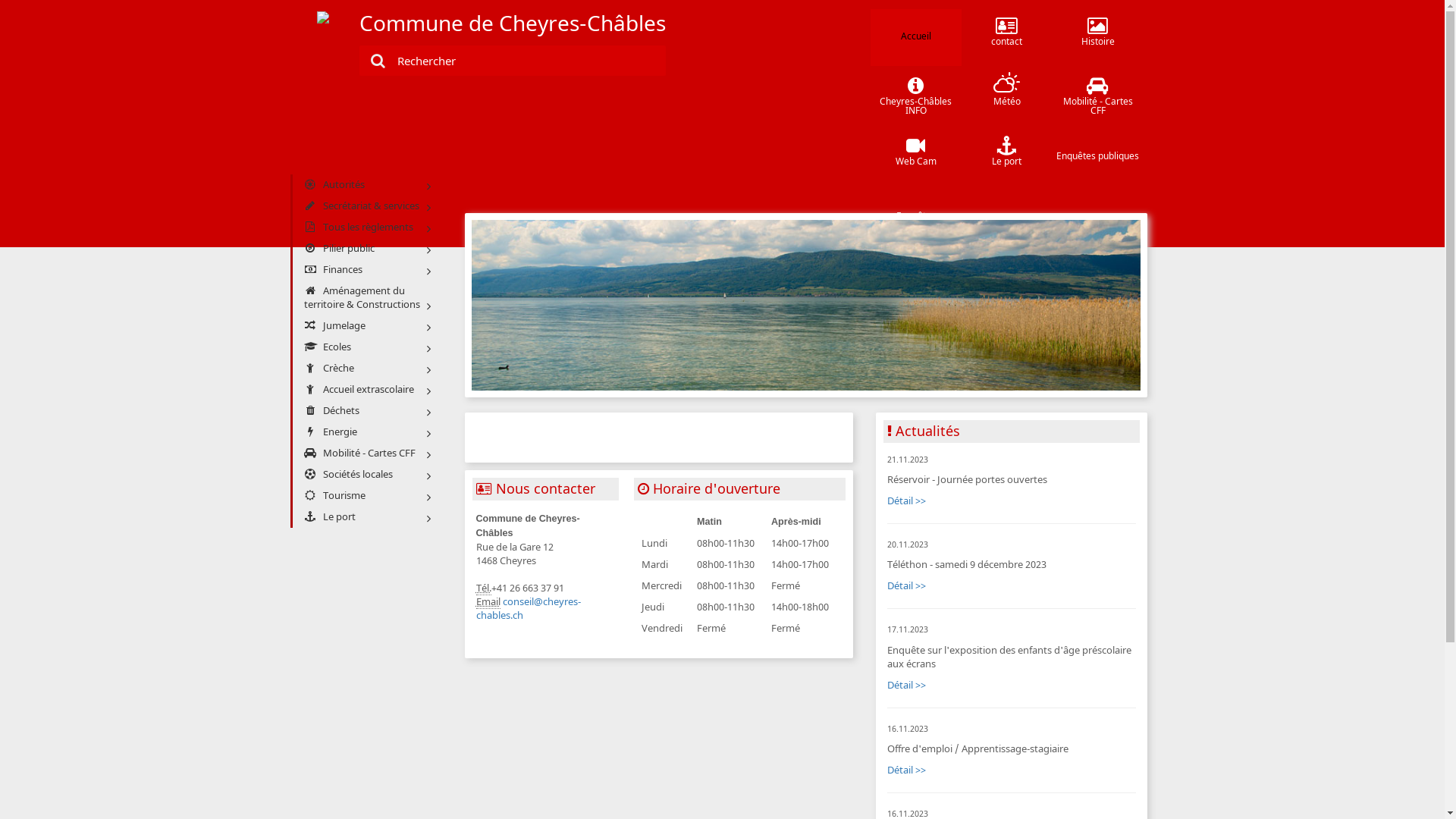 The width and height of the screenshot is (1456, 819). What do you see at coordinates (365, 268) in the screenshot?
I see `'Finances'` at bounding box center [365, 268].